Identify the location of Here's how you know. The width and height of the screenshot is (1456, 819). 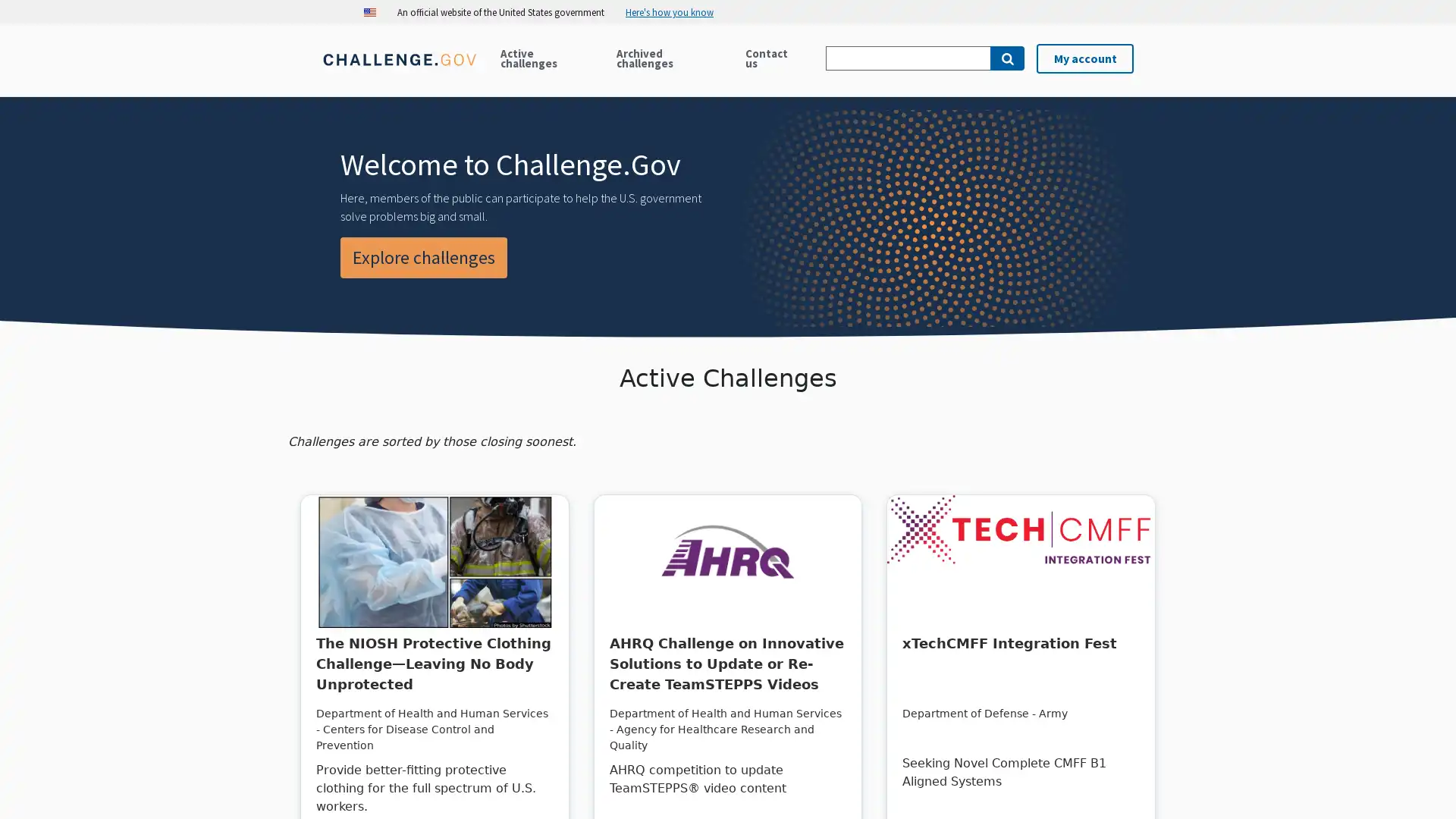
(675, 11).